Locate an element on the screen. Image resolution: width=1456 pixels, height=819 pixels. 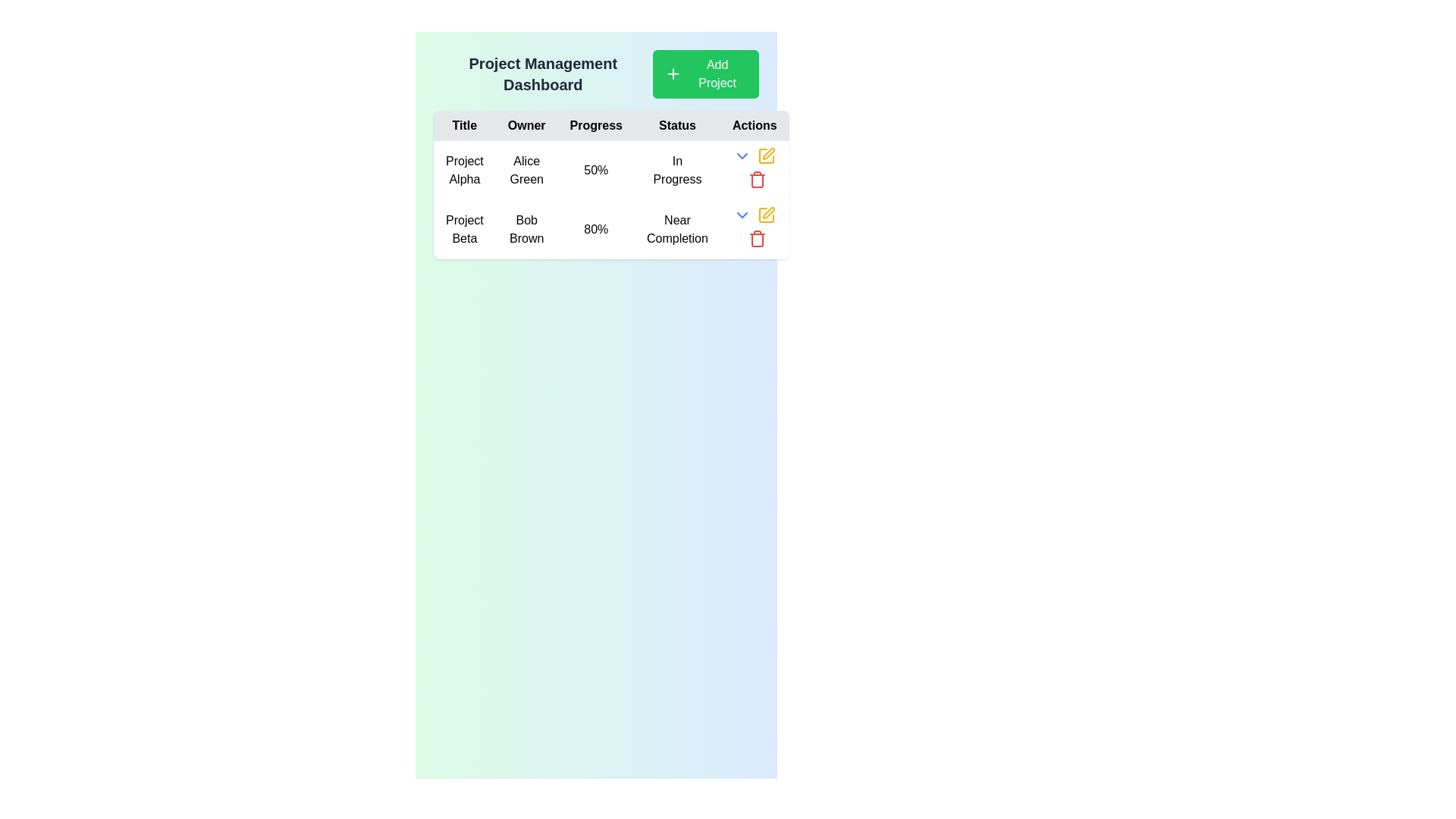
the delete button located in the last column under 'Actions' for the row associated with 'Project Alpha' is located at coordinates (755, 170).